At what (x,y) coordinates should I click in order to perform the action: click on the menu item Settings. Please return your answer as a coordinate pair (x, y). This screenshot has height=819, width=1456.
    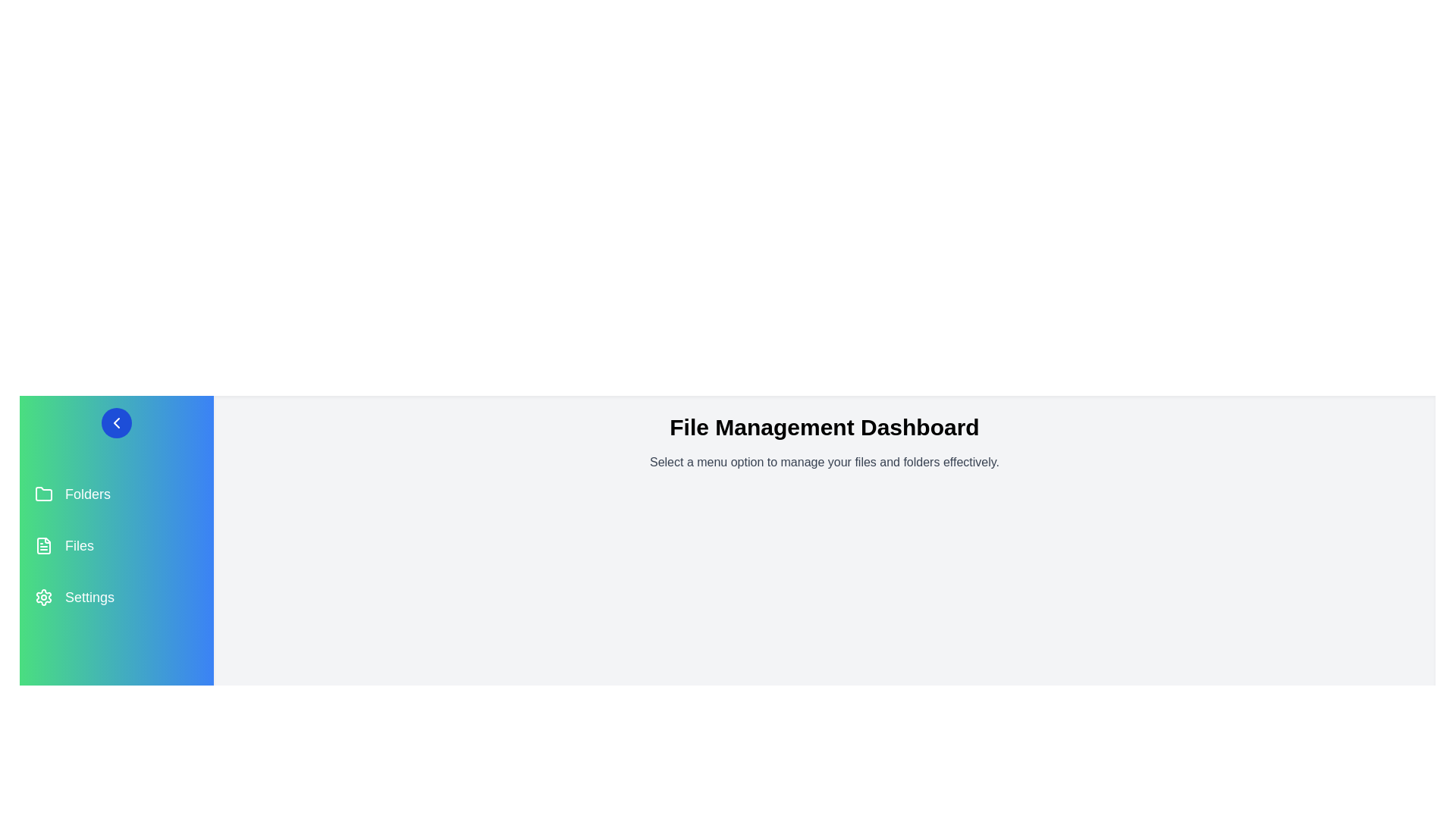
    Looking at the image, I should click on (115, 596).